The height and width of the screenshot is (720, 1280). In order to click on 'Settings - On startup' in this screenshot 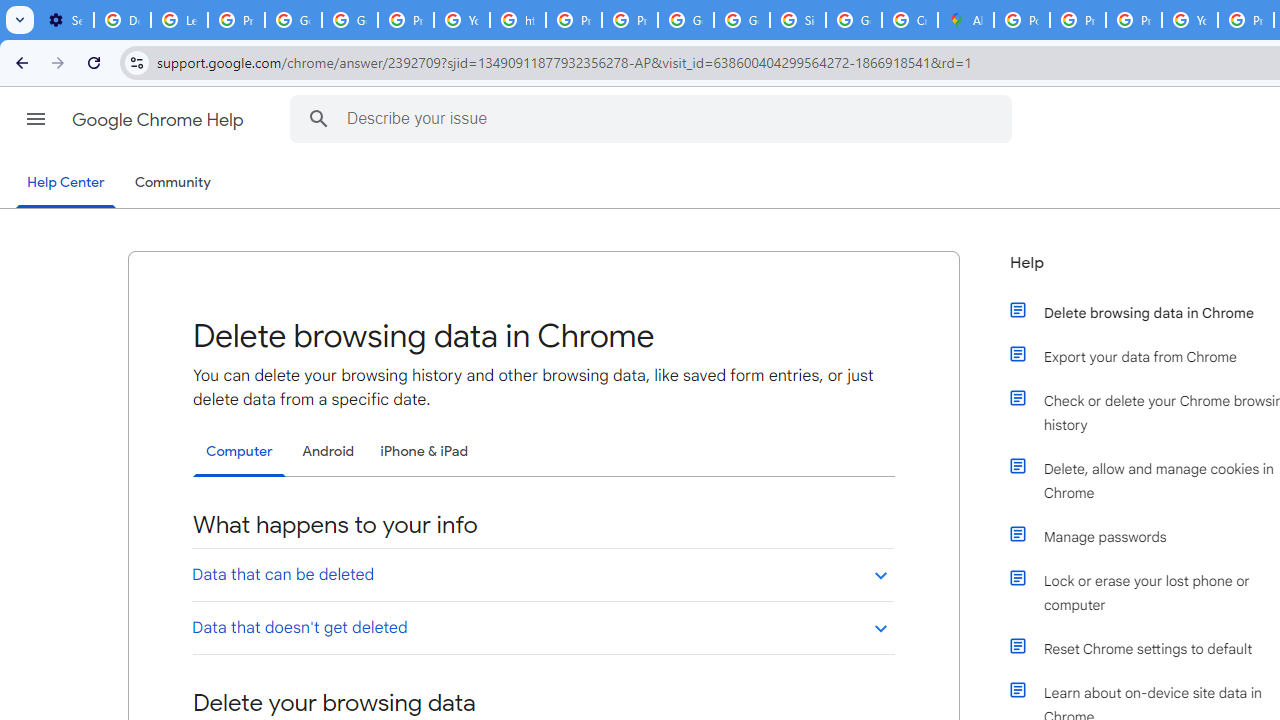, I will do `click(65, 20)`.